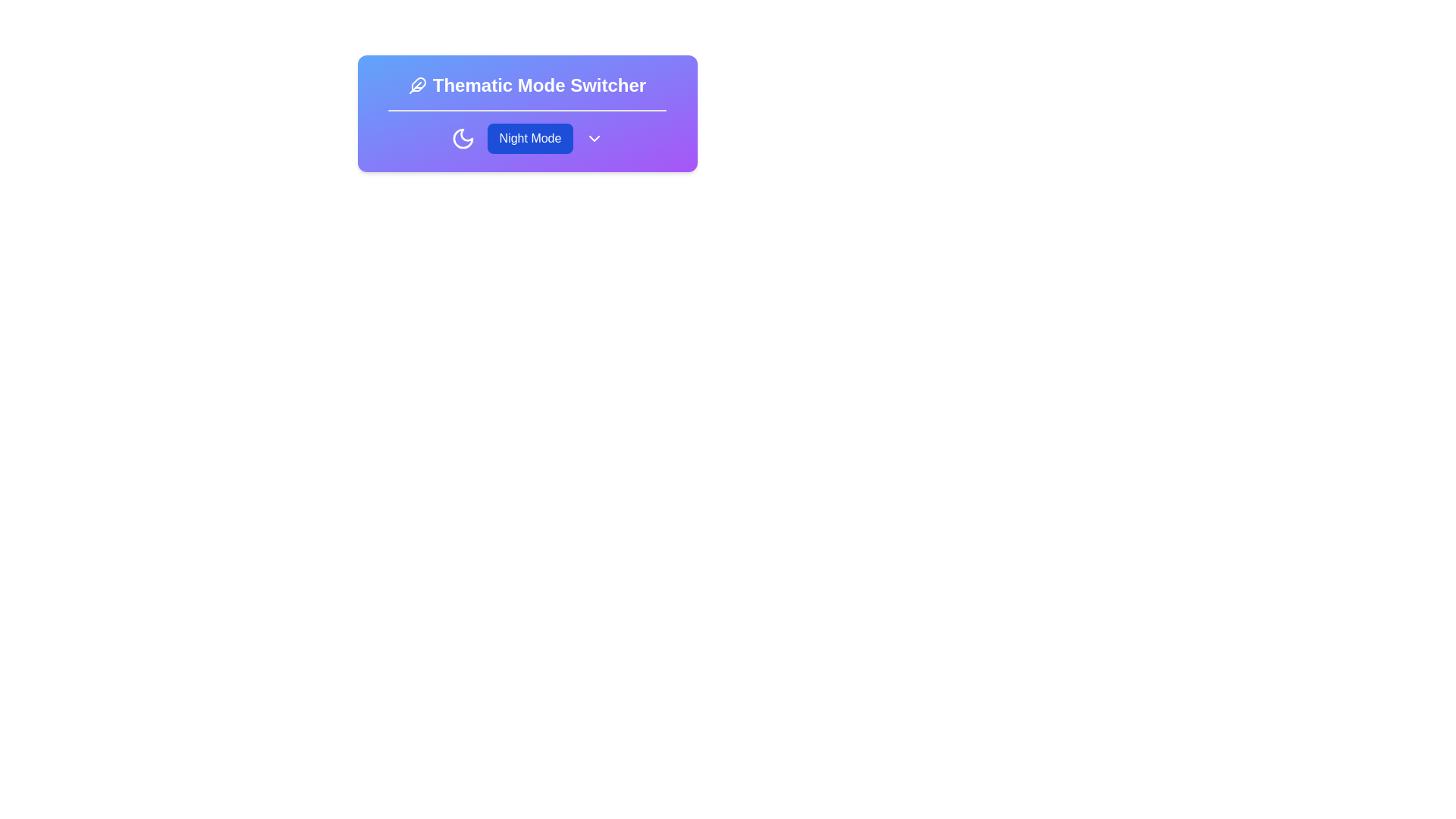 This screenshot has height=819, width=1456. I want to click on the crescent moon icon located next to the 'Night Mode' button, so click(462, 138).